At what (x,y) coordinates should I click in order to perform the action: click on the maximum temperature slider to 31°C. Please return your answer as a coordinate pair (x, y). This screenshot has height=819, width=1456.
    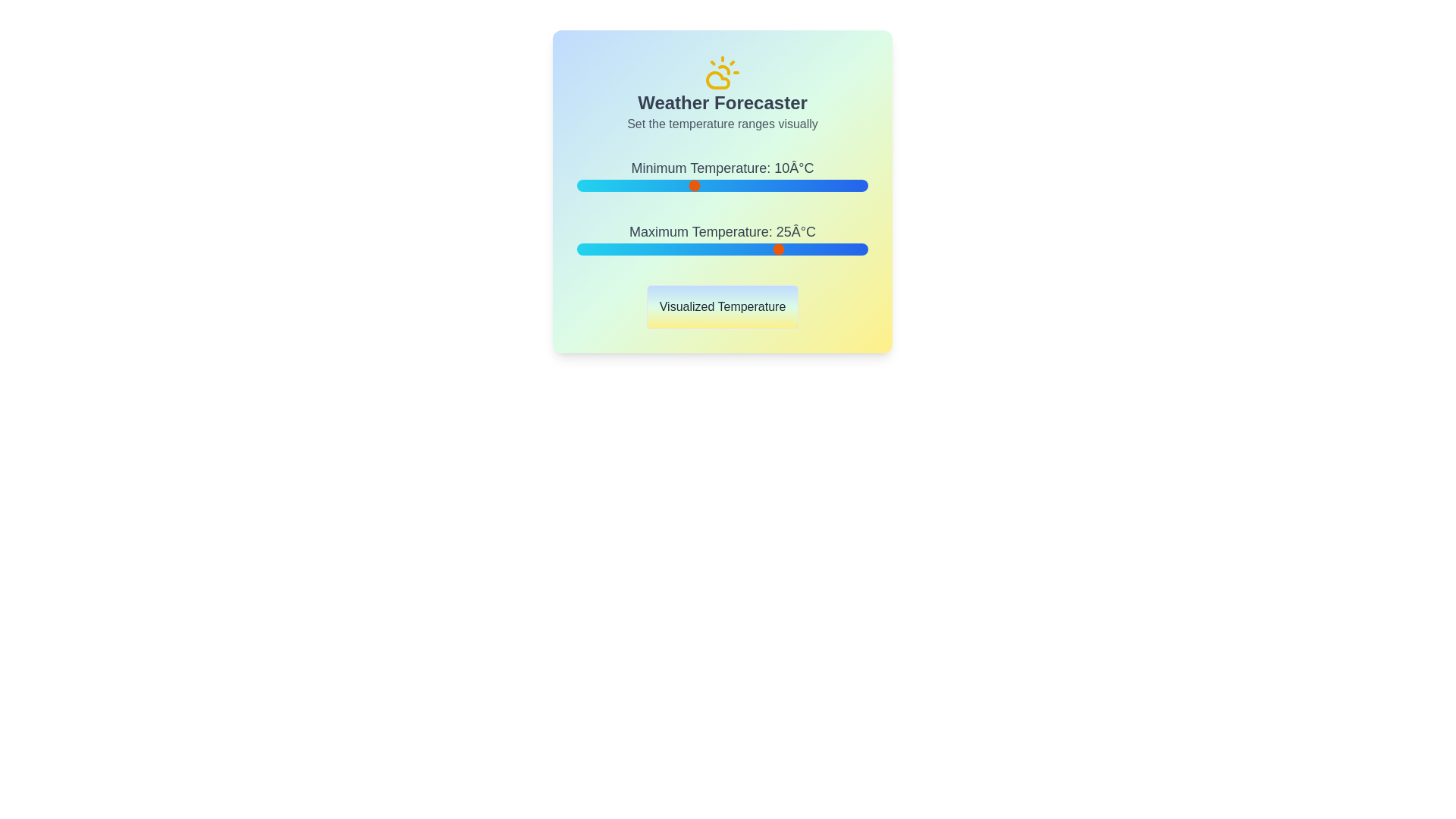
    Looking at the image, I should click on (814, 248).